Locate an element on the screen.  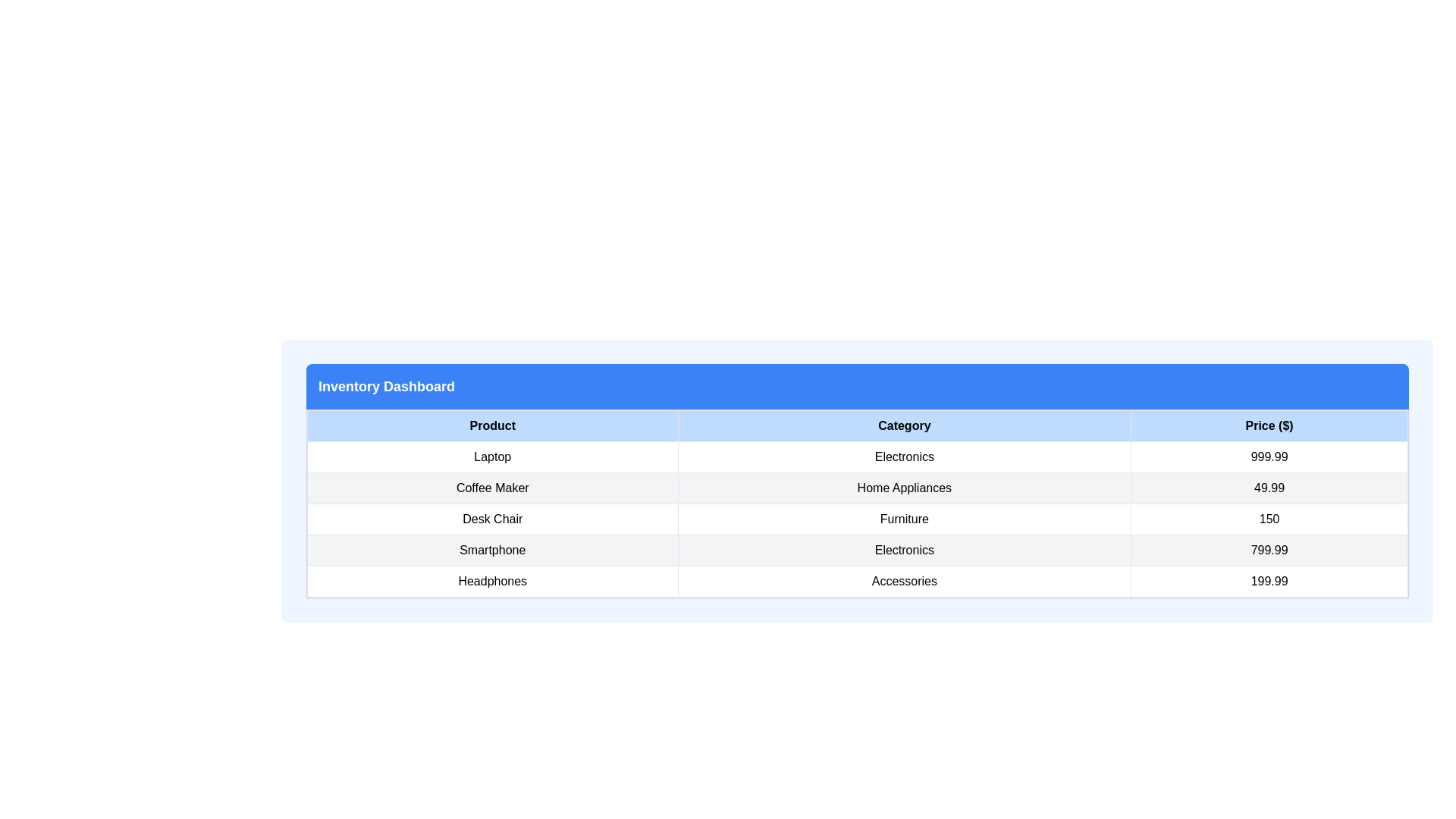
the Text element in the second column of the table header that categorizes the column for the table data, which is positioned between the 'Product' and 'Price ($)' headers is located at coordinates (904, 426).